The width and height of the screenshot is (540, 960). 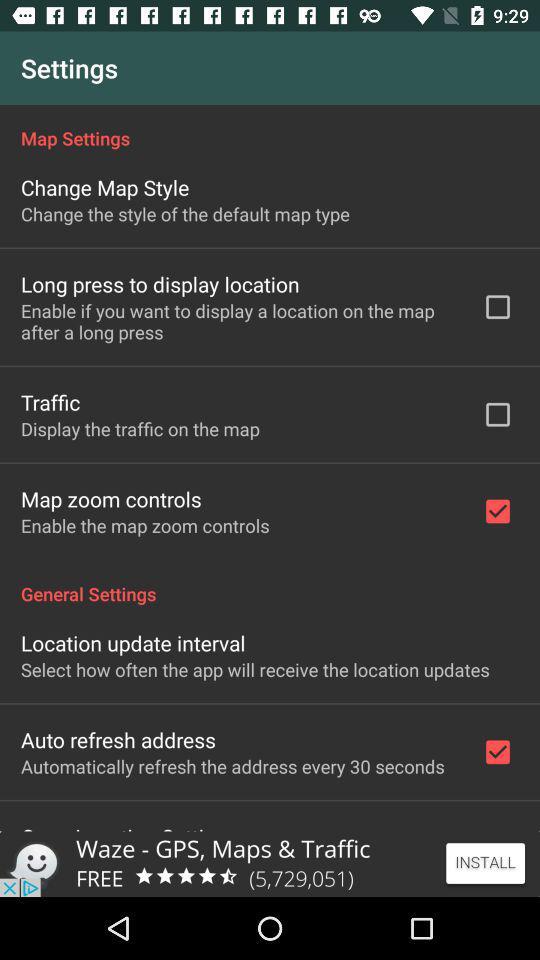 I want to click on open advertisement, so click(x=270, y=863).